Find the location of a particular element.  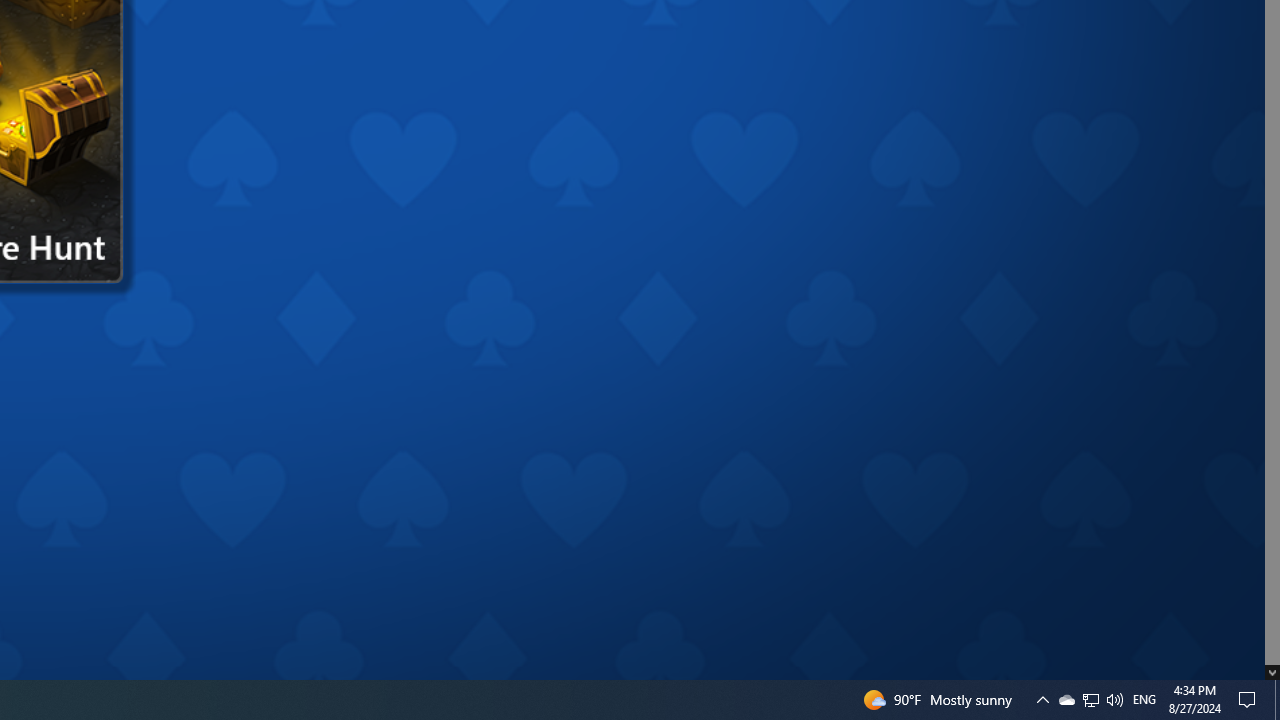

'AutomationID: down_arrow_0' is located at coordinates (1271, 672).